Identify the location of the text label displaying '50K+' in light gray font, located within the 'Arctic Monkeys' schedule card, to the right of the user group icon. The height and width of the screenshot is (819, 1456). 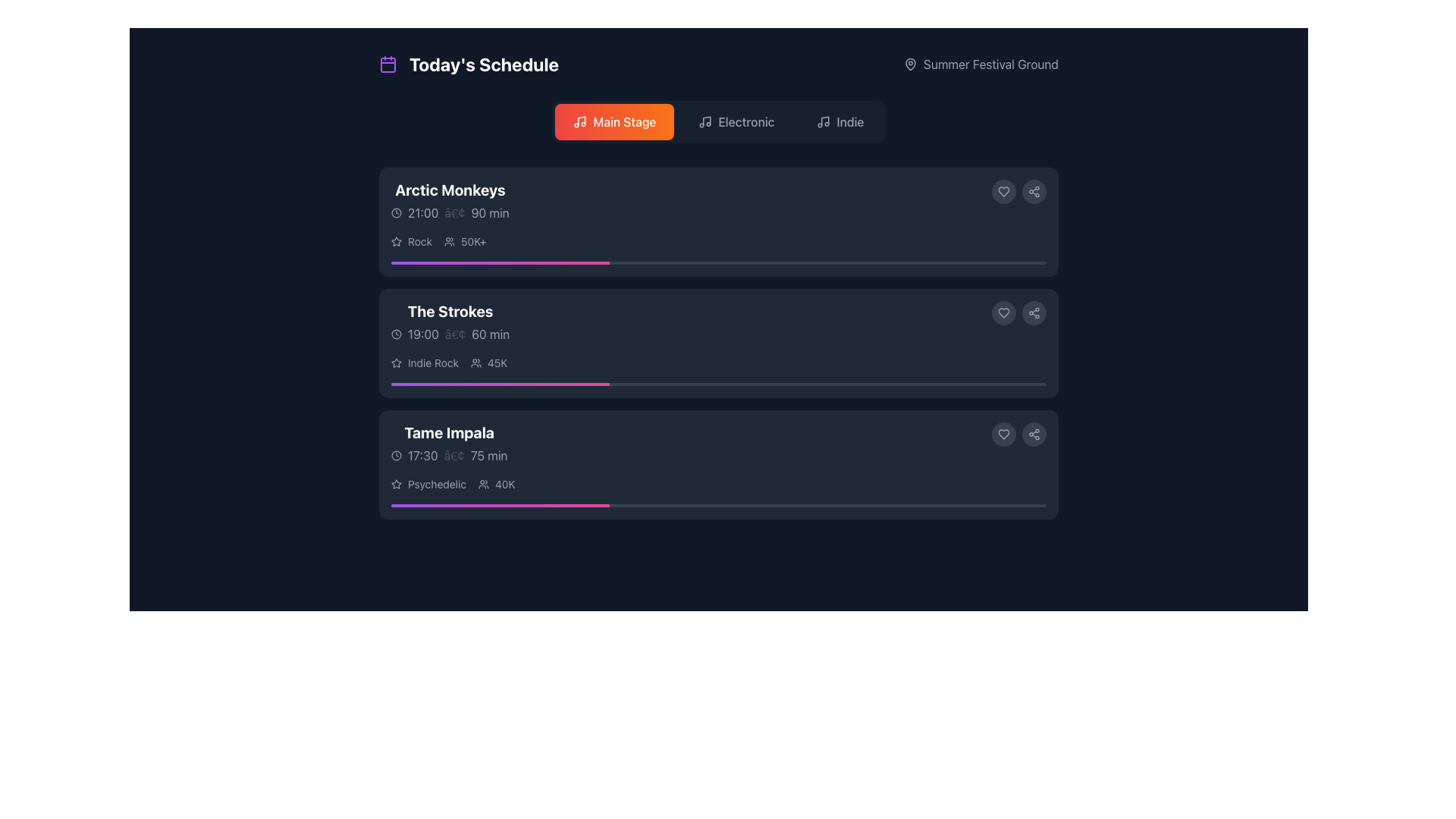
(472, 241).